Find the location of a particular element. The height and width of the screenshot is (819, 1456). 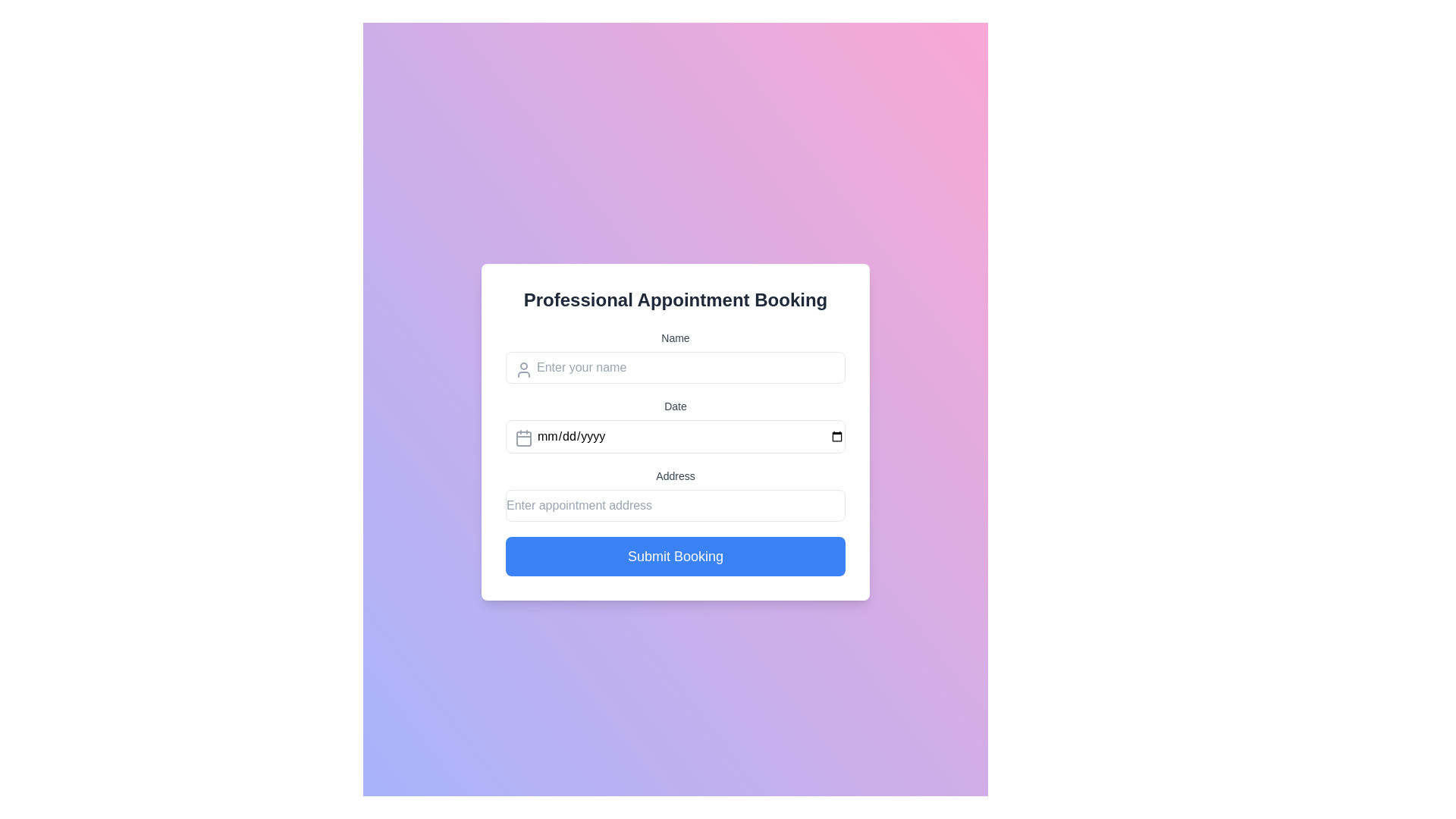

the address input field in the 'Professional Appointment Booking' panel by tabbing to it, which is the third input field below 'Name' and 'Date' is located at coordinates (675, 494).